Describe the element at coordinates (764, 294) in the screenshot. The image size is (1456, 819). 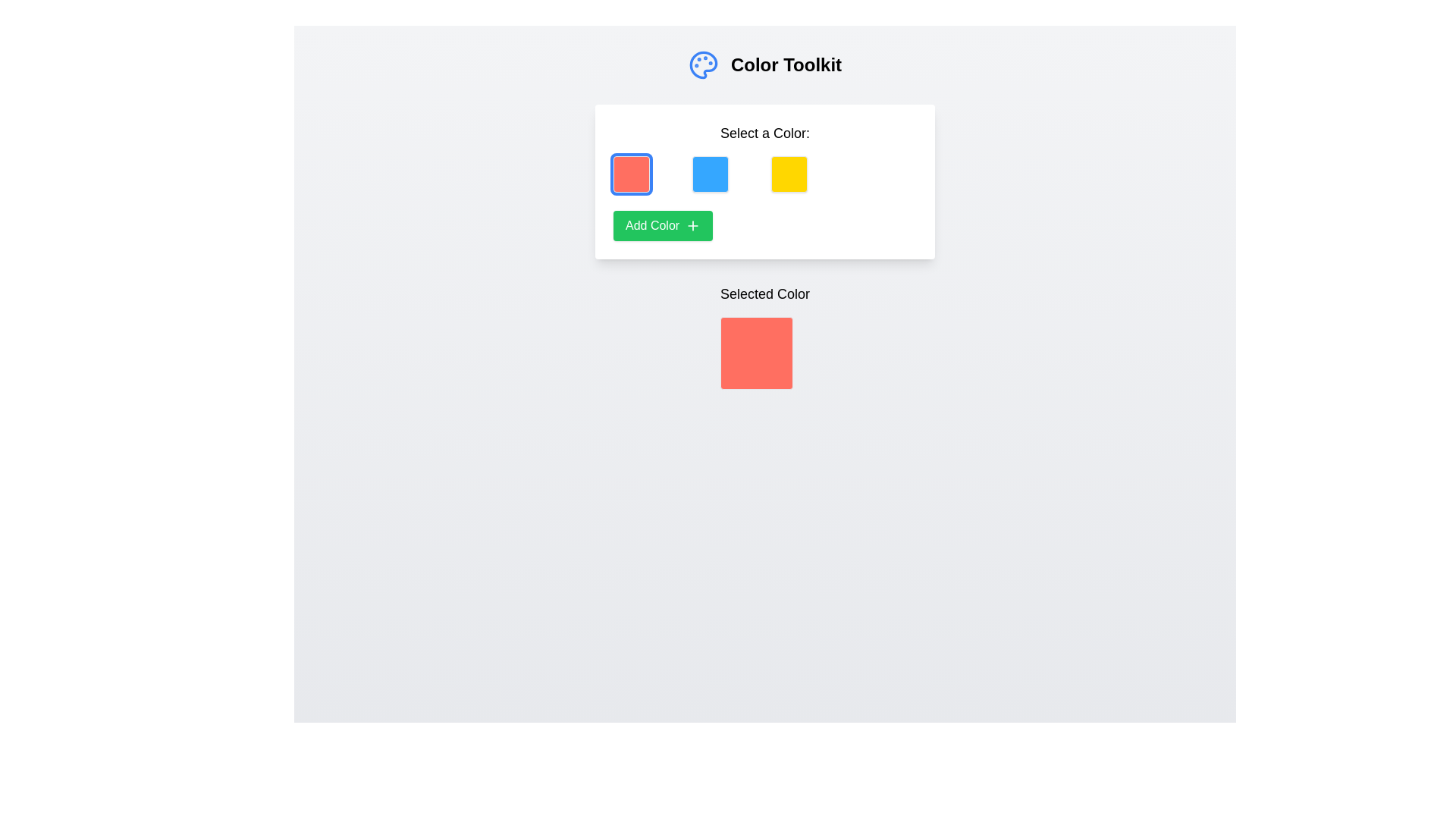
I see `the centrally aligned text label that describes the color block displayed below it` at that location.